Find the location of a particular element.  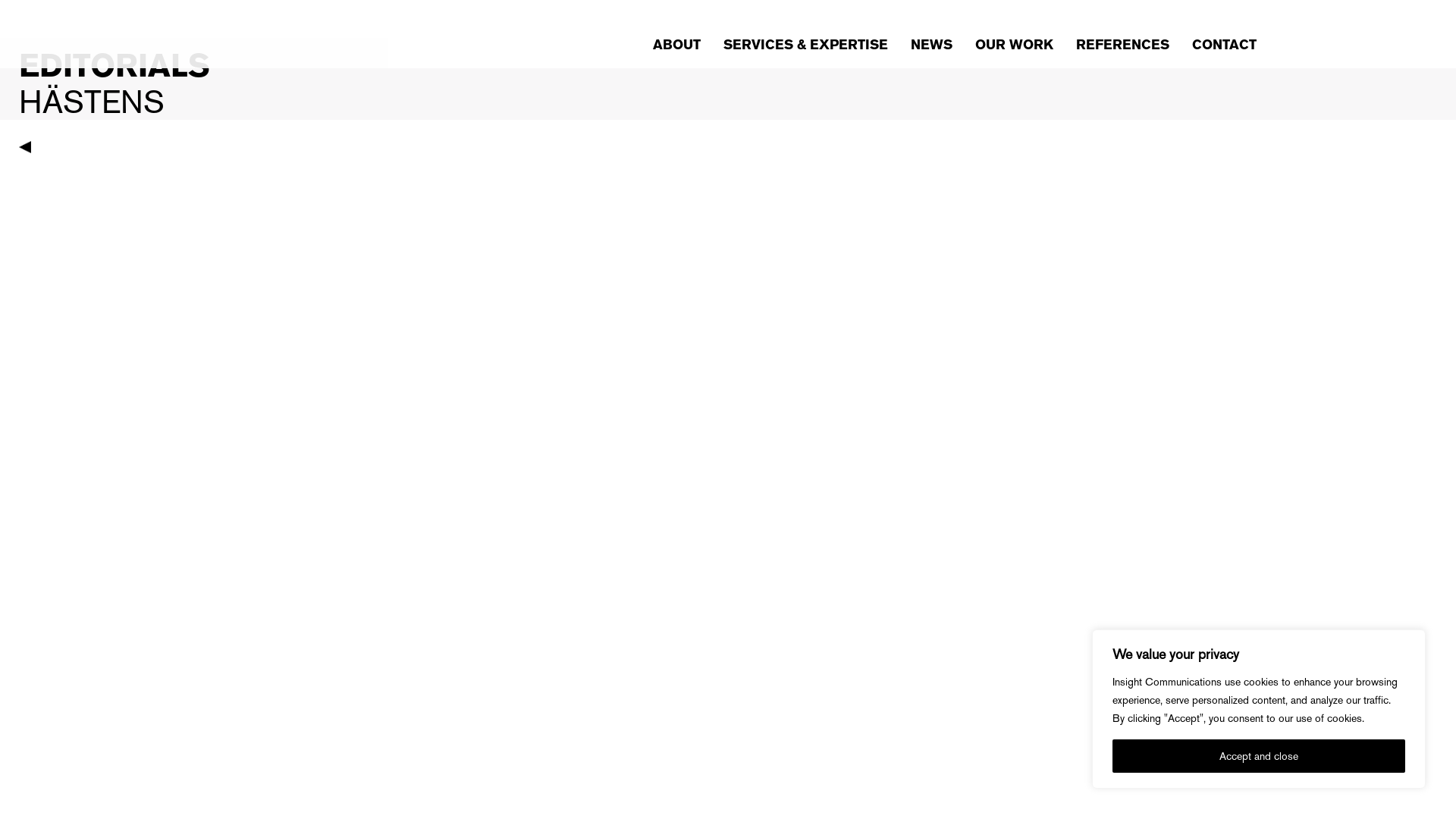

'REFERENCES' is located at coordinates (1122, 47).